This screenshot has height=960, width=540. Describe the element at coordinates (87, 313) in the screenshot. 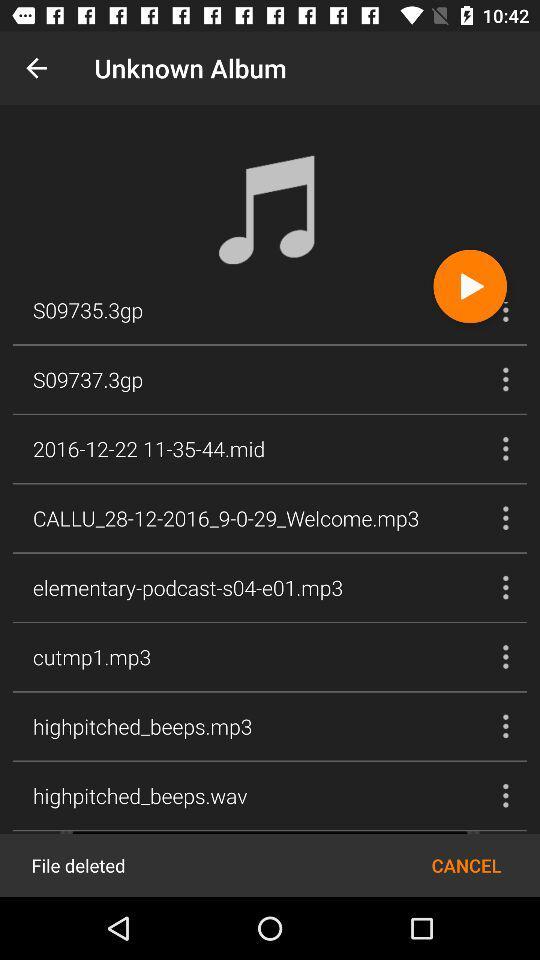

I see `s09735.3gp item` at that location.